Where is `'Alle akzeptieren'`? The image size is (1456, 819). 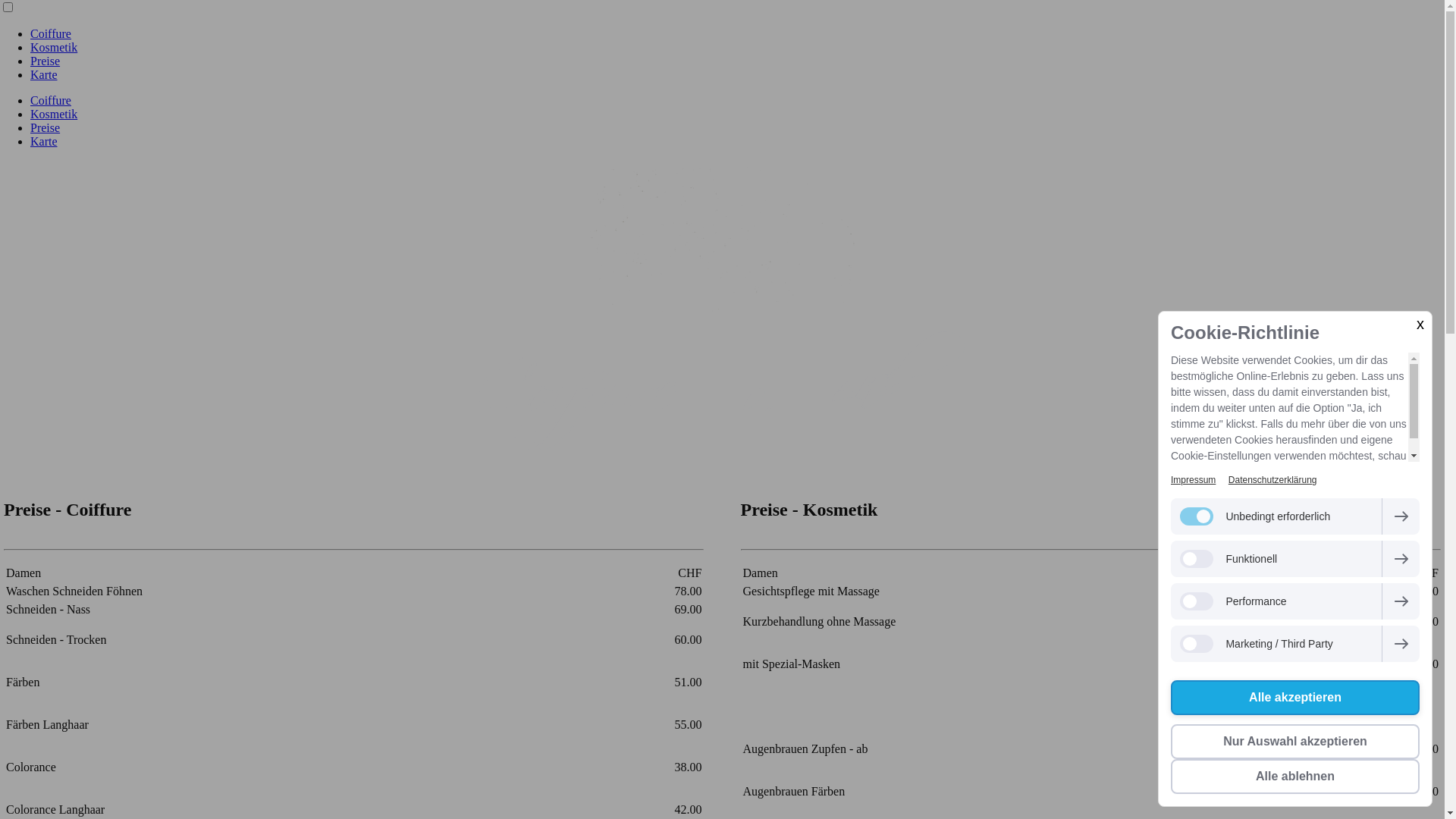
'Alle akzeptieren' is located at coordinates (1294, 698).